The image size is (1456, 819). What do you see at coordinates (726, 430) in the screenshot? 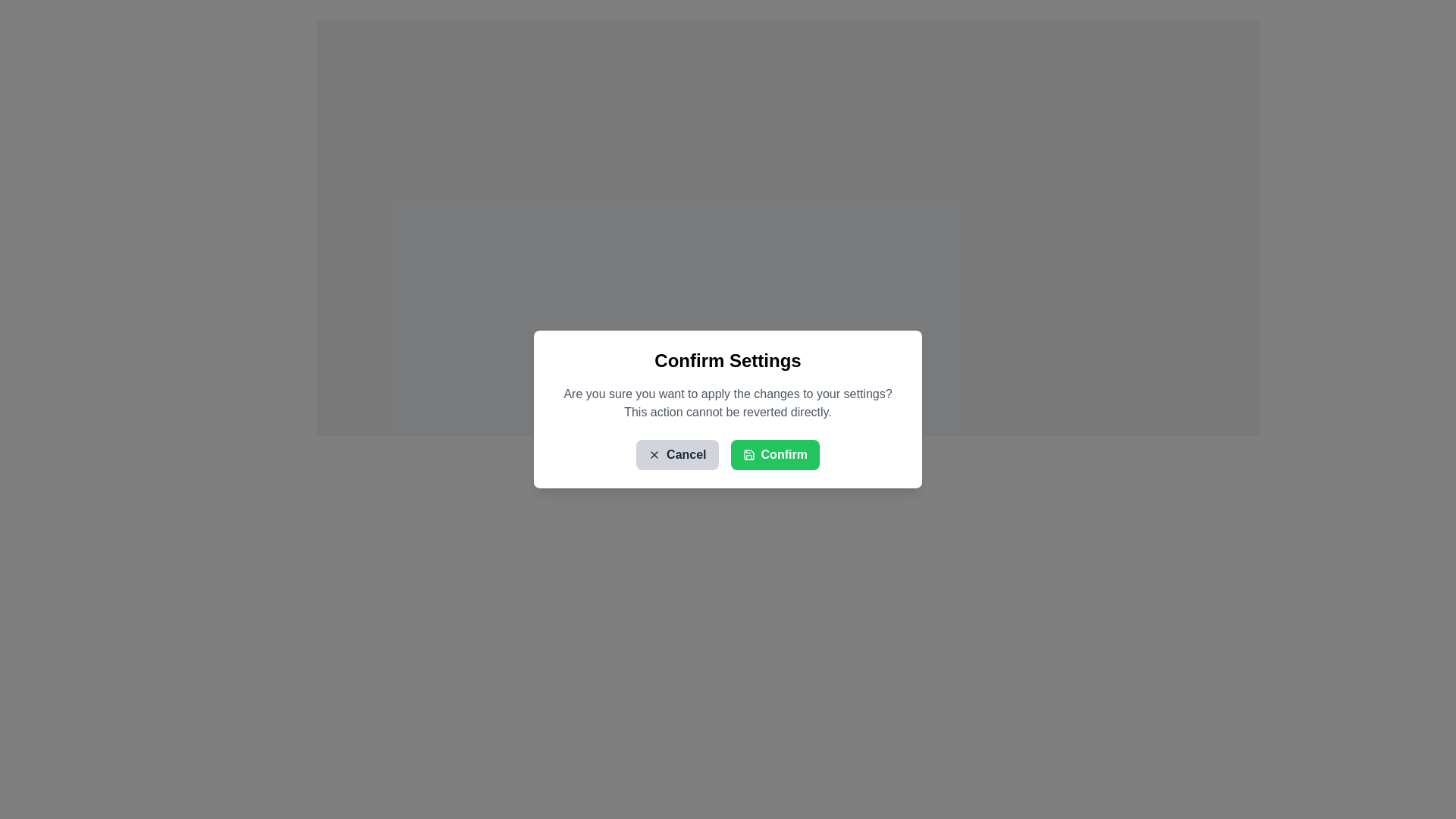
I see `the settings icon, which is a minimalistic gear wheel icon located to the left of the 'Open Settings Panel' button, centered vertically within the button` at bounding box center [726, 430].